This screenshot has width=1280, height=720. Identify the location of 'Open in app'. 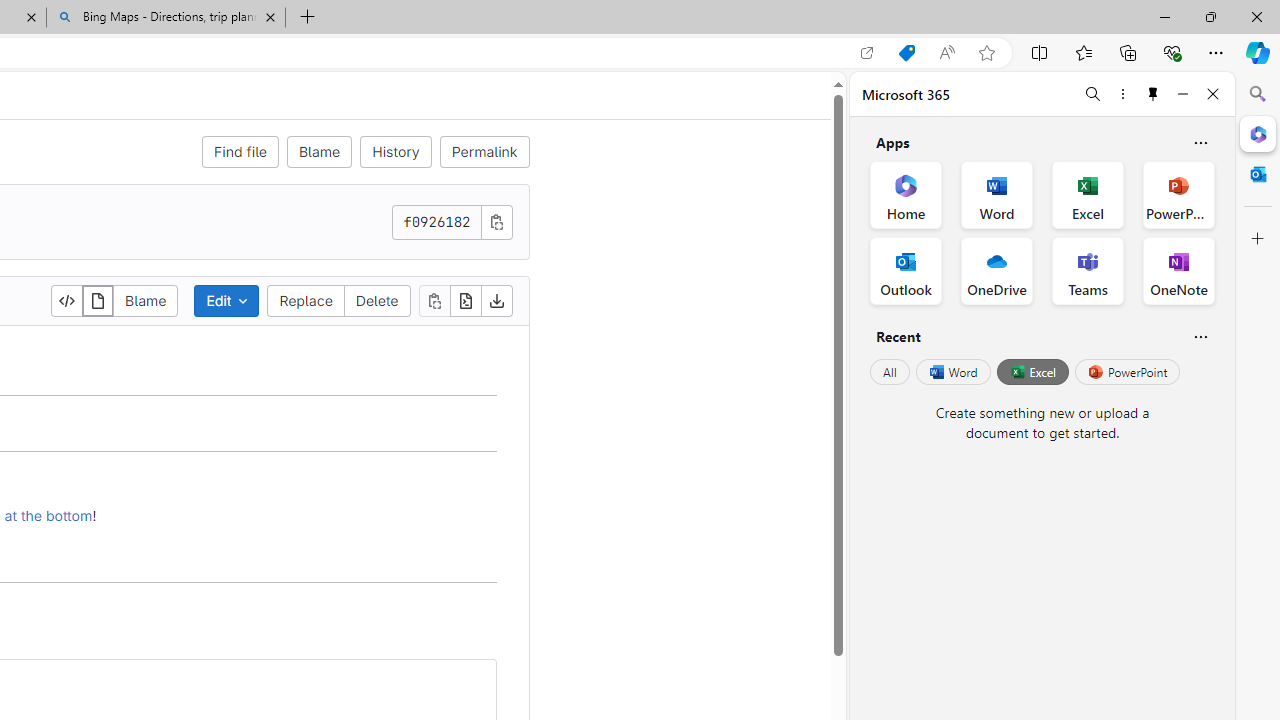
(867, 52).